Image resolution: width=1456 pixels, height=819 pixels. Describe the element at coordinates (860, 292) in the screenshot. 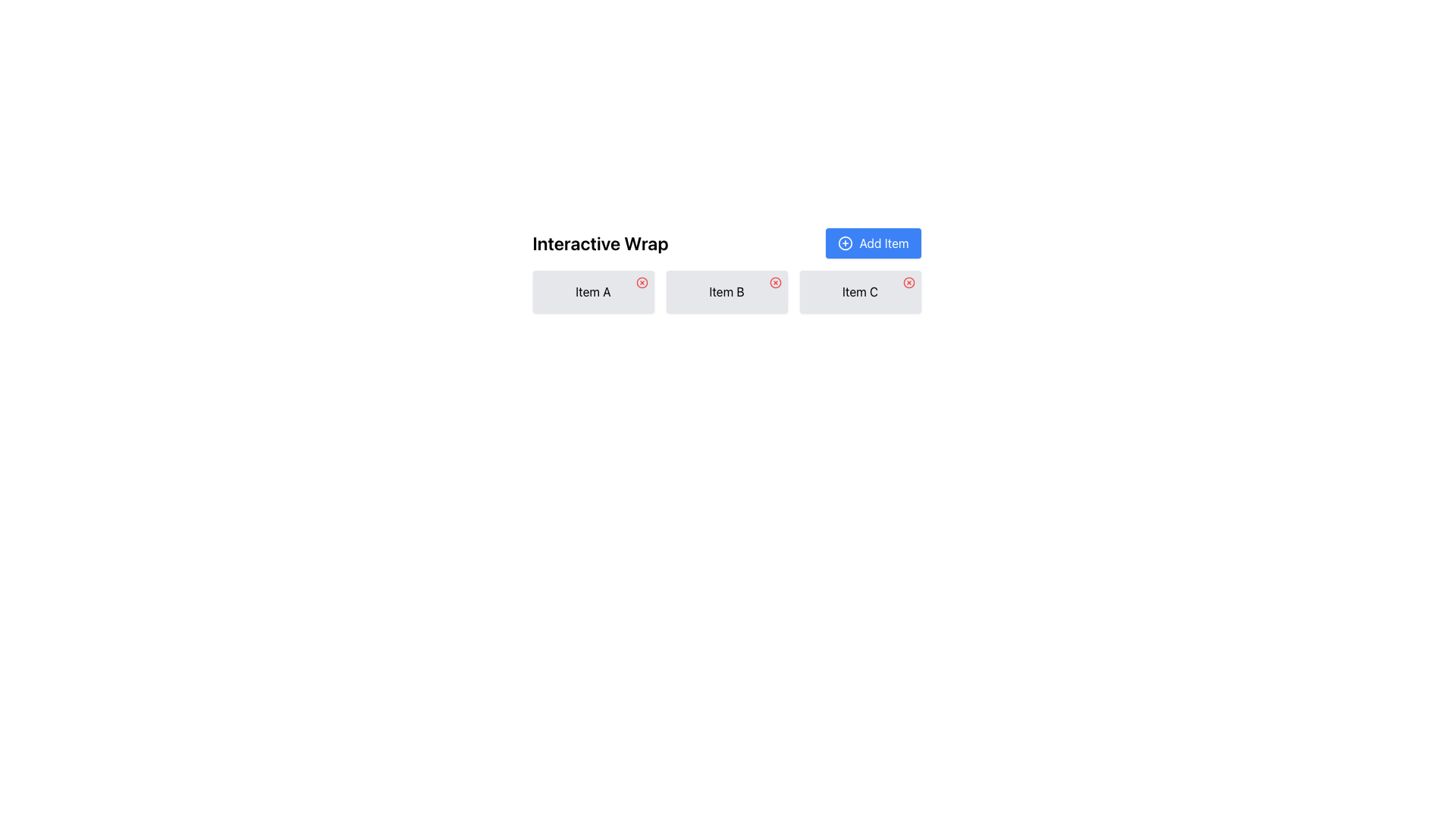

I see `the text label displaying 'Item C'` at that location.